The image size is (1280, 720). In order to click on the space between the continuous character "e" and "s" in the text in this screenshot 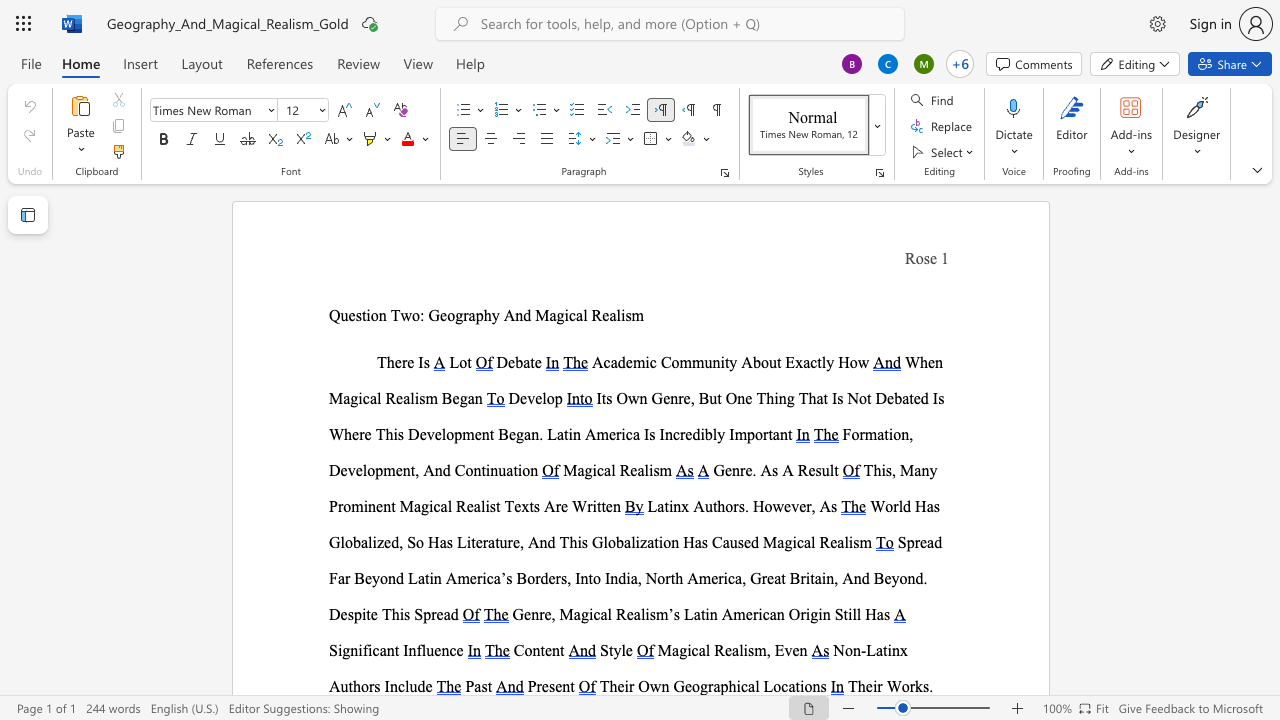, I will do `click(355, 315)`.